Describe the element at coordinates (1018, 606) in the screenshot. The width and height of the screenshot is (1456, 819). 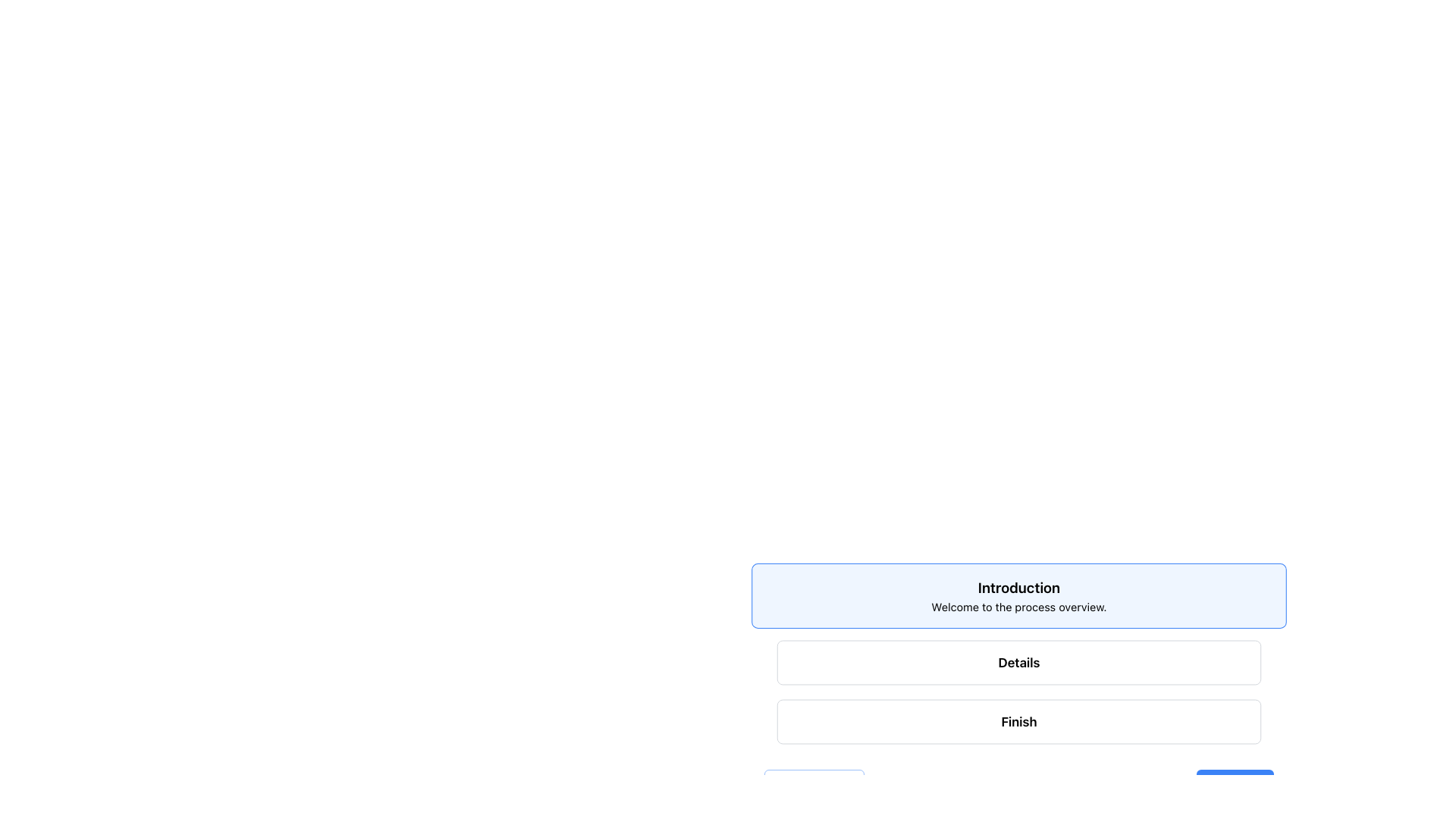
I see `the Text Label located below the 'Introduction' title and above the 'Details' and 'Finish' sections, which serves as an introductory overview` at that location.